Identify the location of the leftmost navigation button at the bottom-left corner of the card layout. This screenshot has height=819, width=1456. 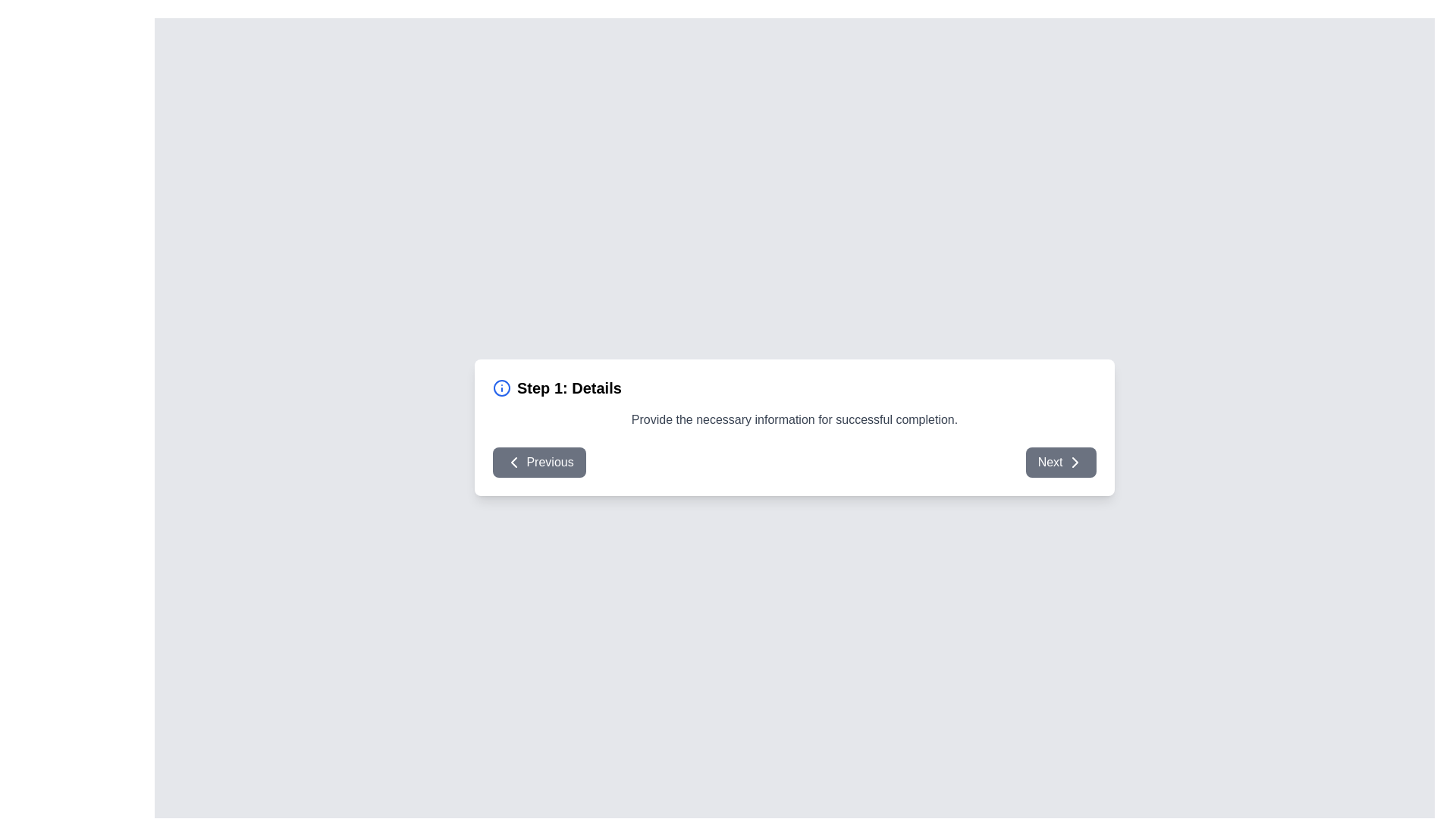
(539, 461).